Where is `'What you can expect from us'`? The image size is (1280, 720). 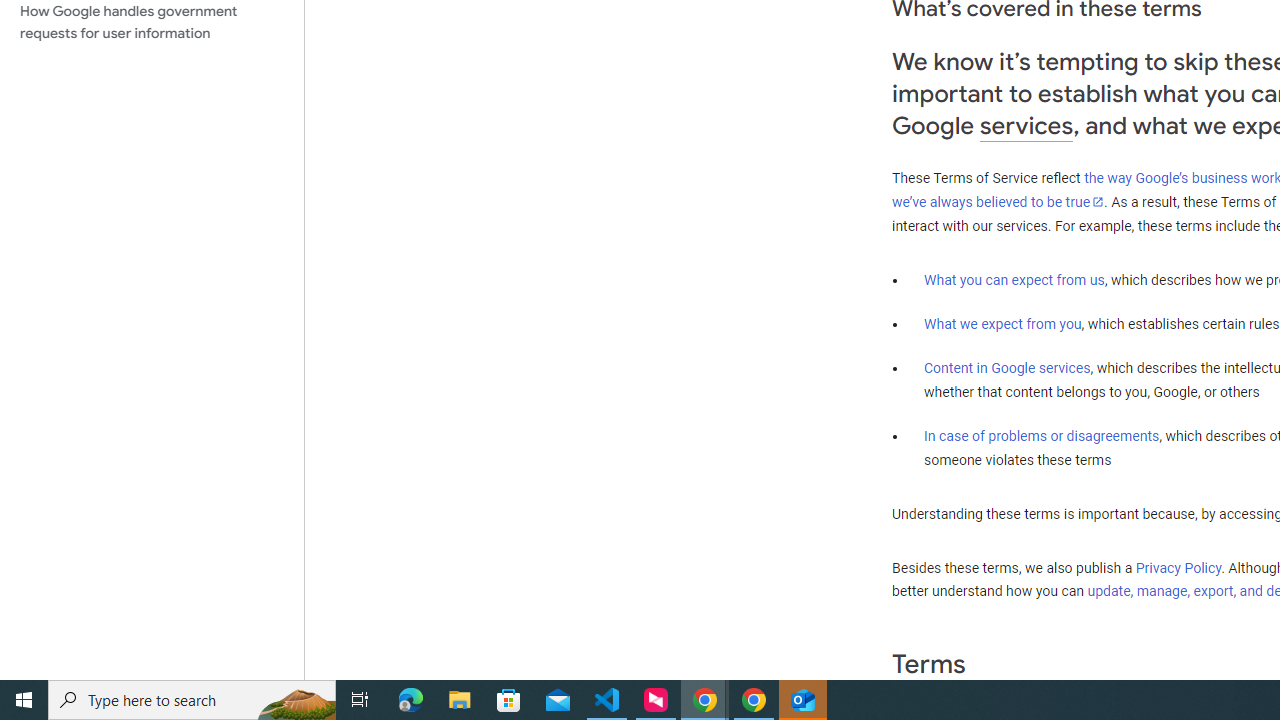 'What you can expect from us' is located at coordinates (1014, 279).